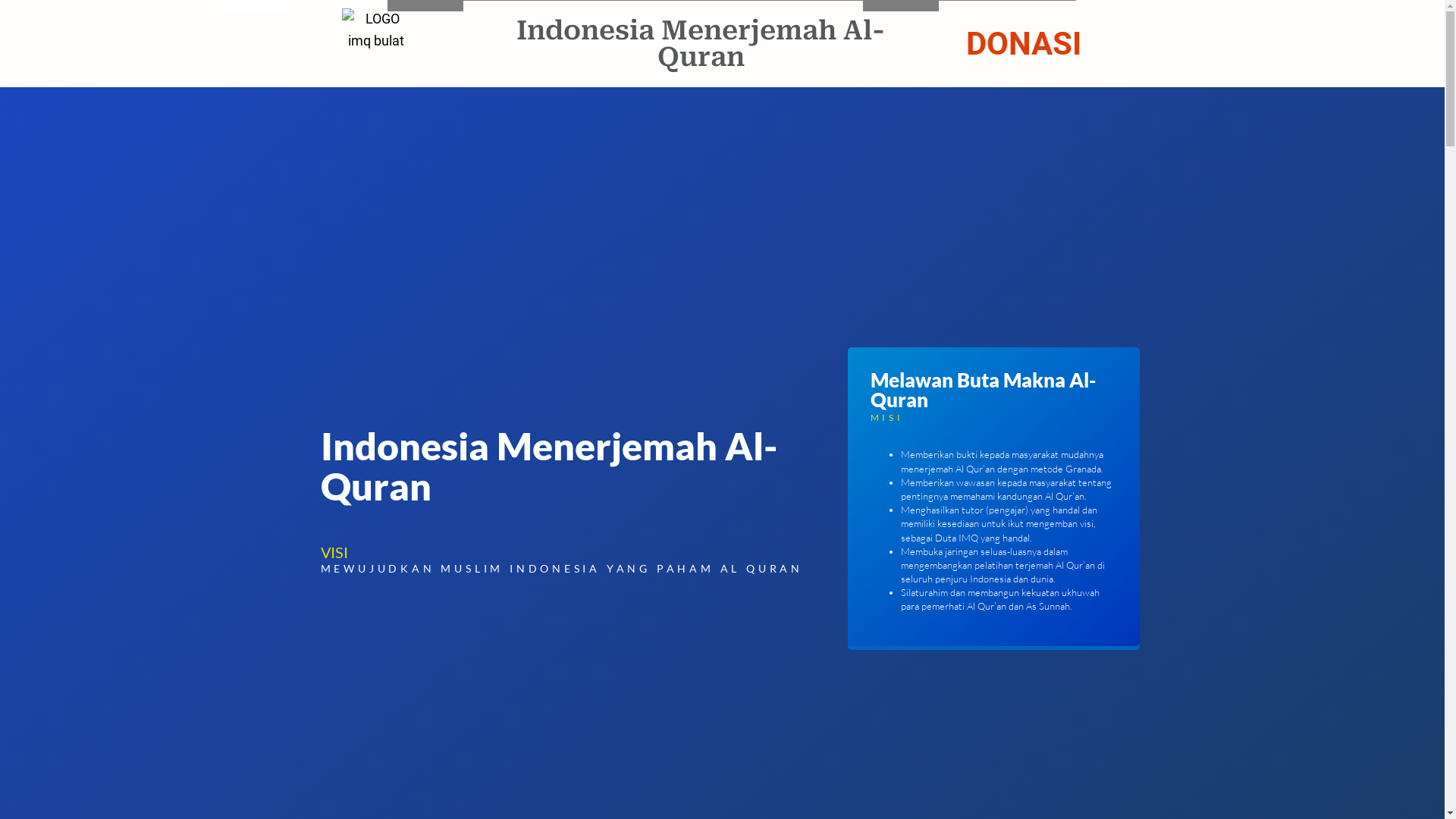 The width and height of the screenshot is (1456, 819). What do you see at coordinates (1023, 42) in the screenshot?
I see `'DONASI'` at bounding box center [1023, 42].